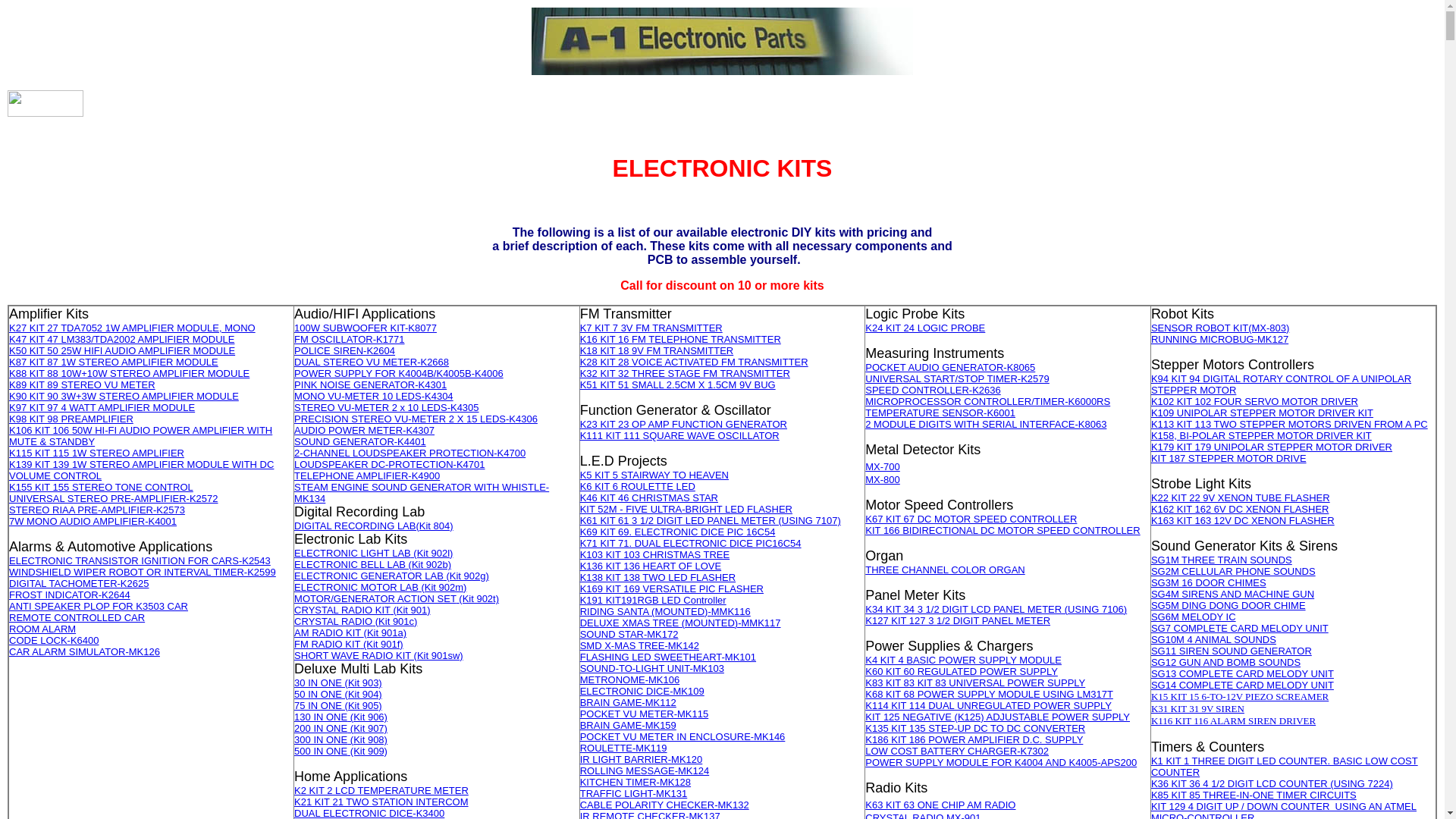  What do you see at coordinates (971, 518) in the screenshot?
I see `'K67 KIT 67 DC MOTOR SPEED CONTROLLER'` at bounding box center [971, 518].